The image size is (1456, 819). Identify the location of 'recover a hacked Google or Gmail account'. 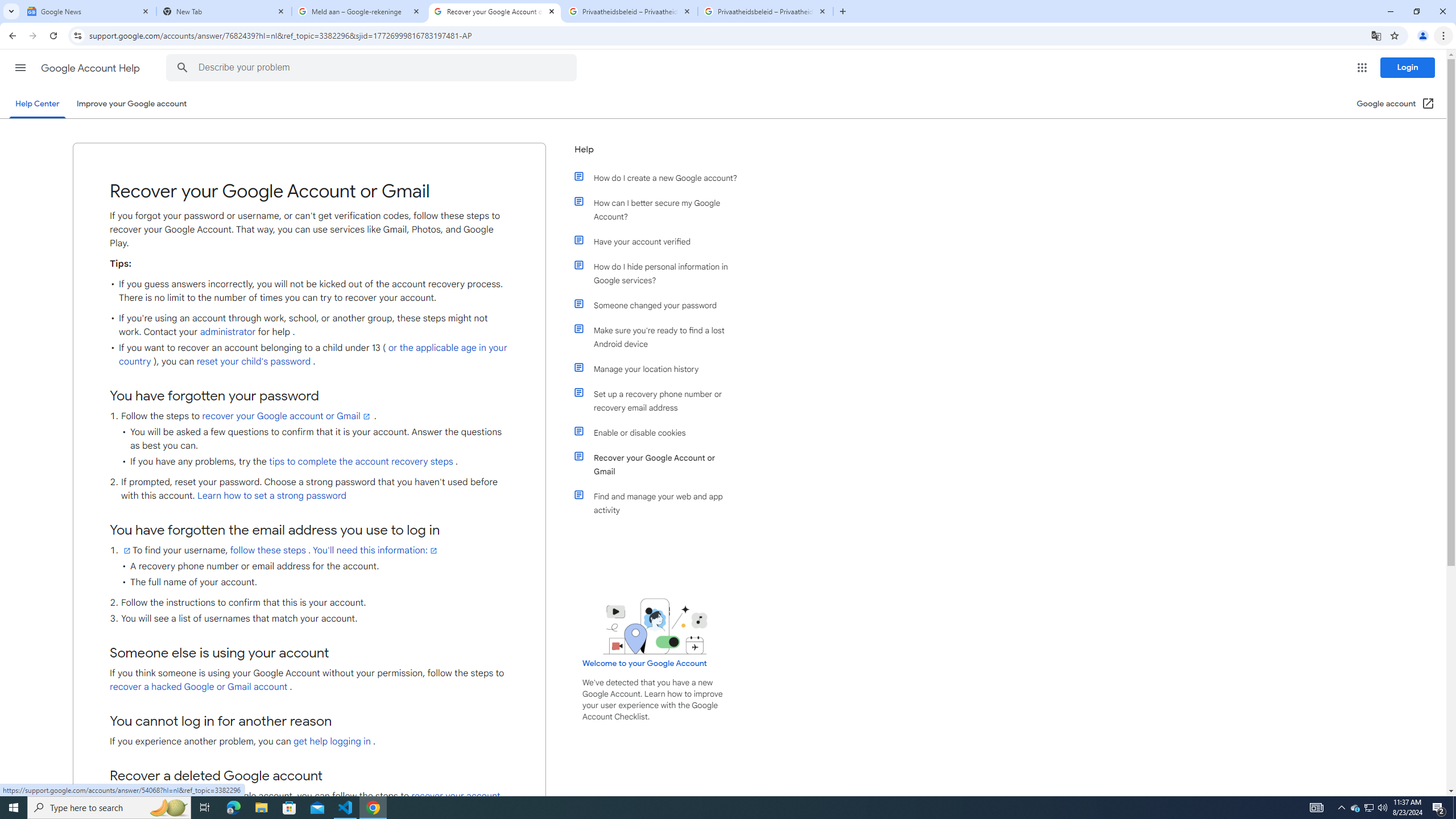
(198, 686).